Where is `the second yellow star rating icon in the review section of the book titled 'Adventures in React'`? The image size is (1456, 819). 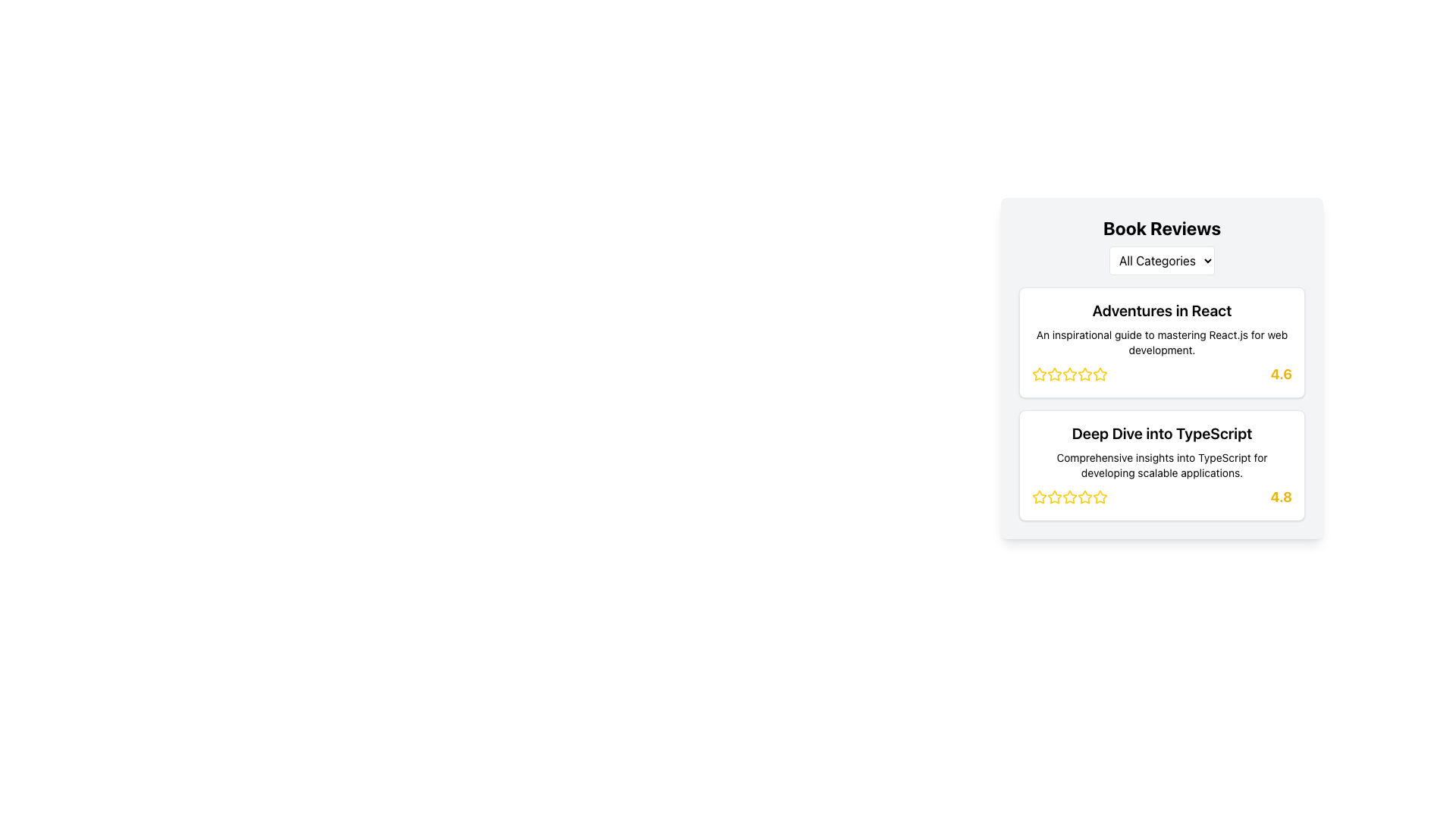 the second yellow star rating icon in the review section of the book titled 'Adventures in React' is located at coordinates (1068, 374).